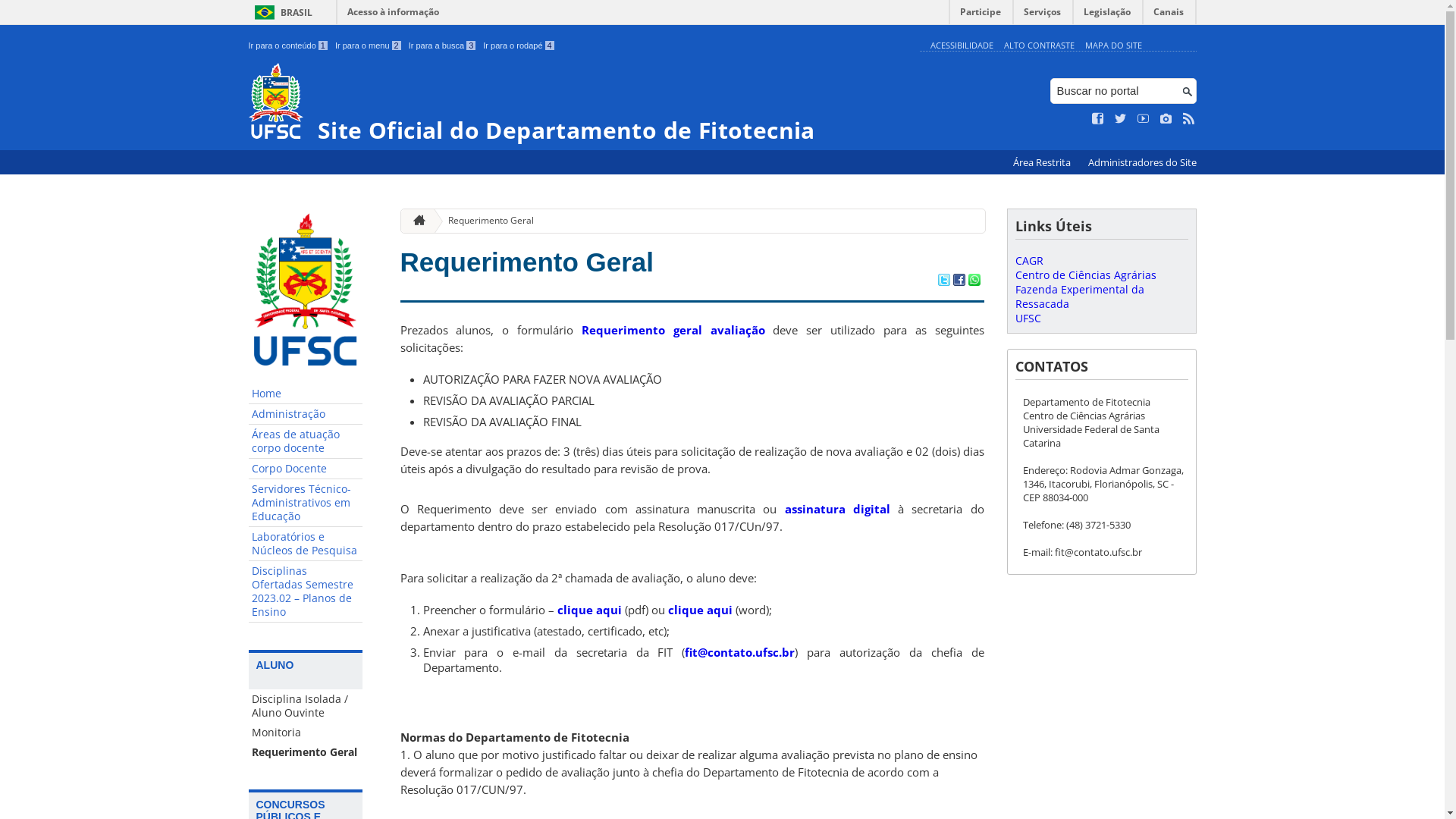 The image size is (1456, 819). I want to click on 'Corpo Docente', so click(305, 468).